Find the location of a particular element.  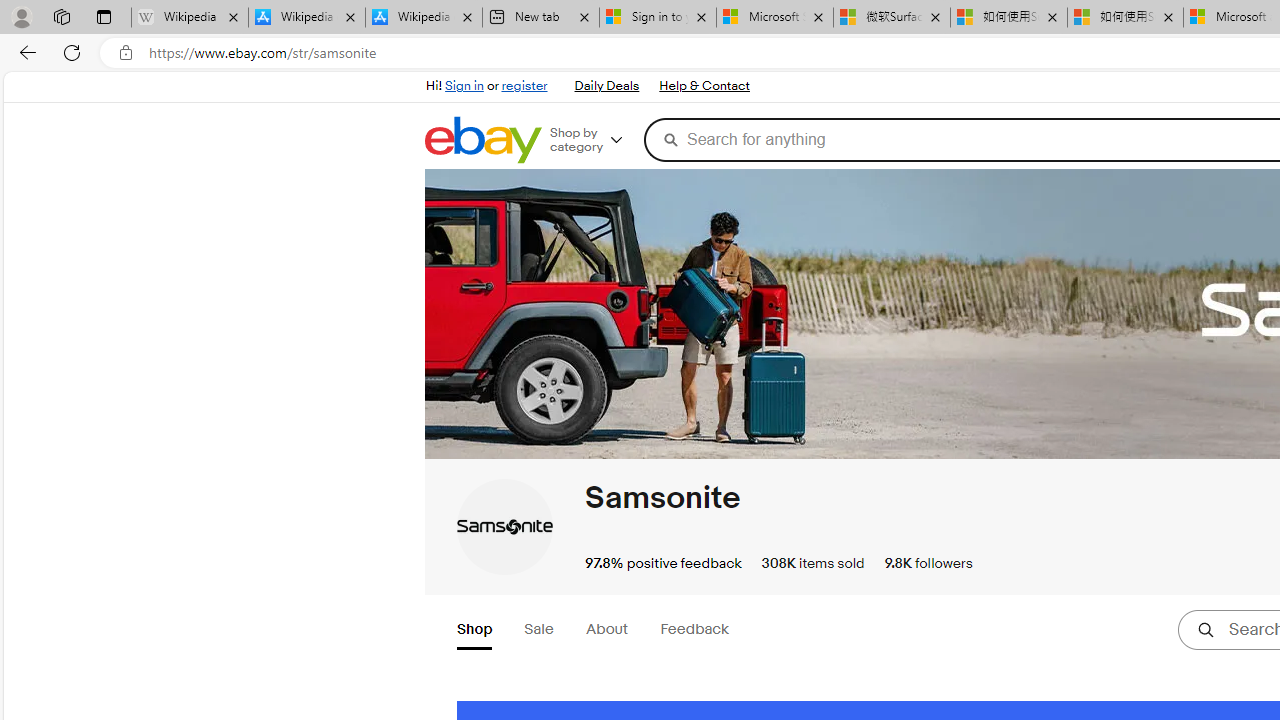

'Shop' is located at coordinates (473, 631).